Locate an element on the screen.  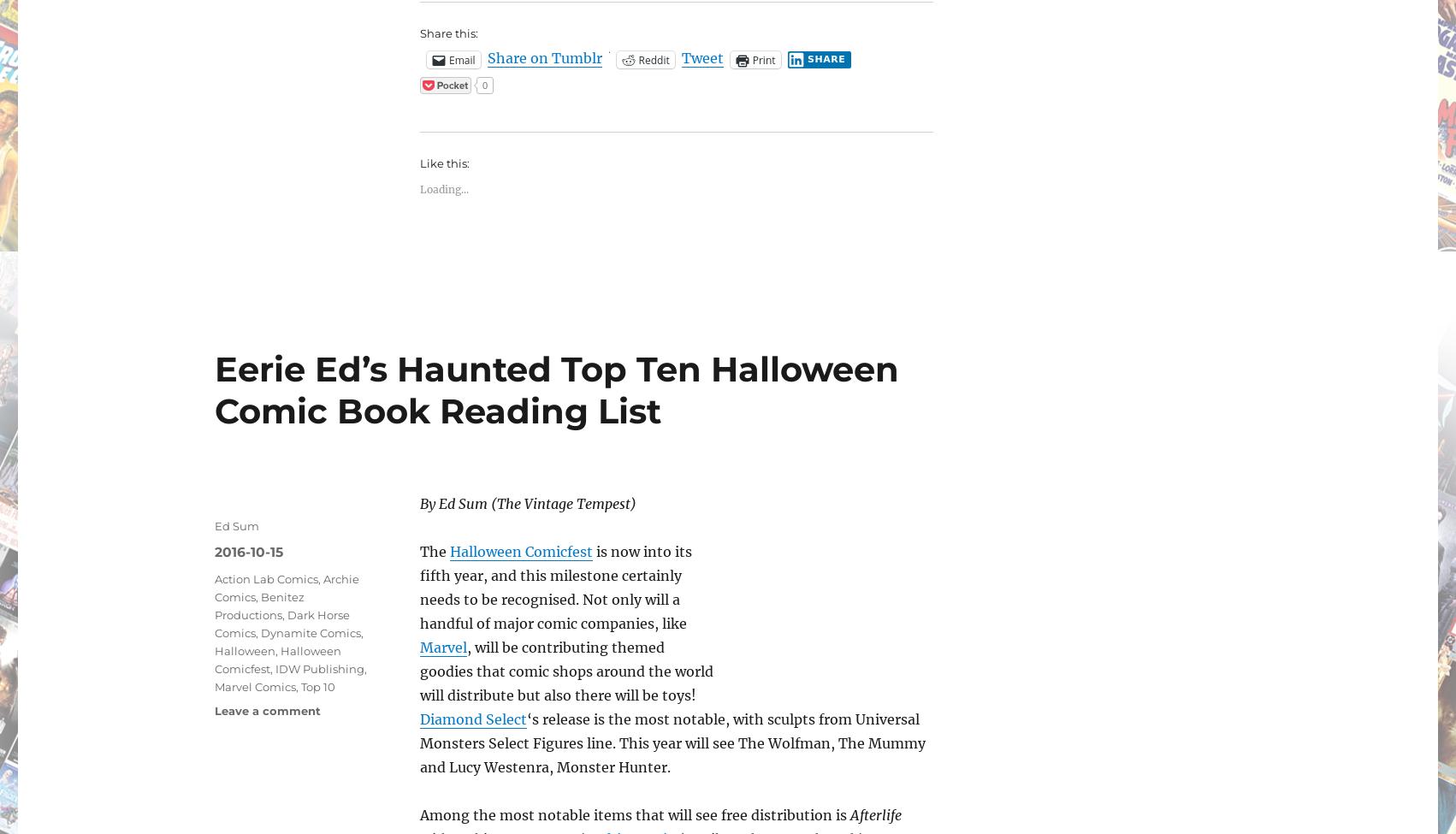
'By Ed Sum (The Vintage Tempest)' is located at coordinates (528, 503).